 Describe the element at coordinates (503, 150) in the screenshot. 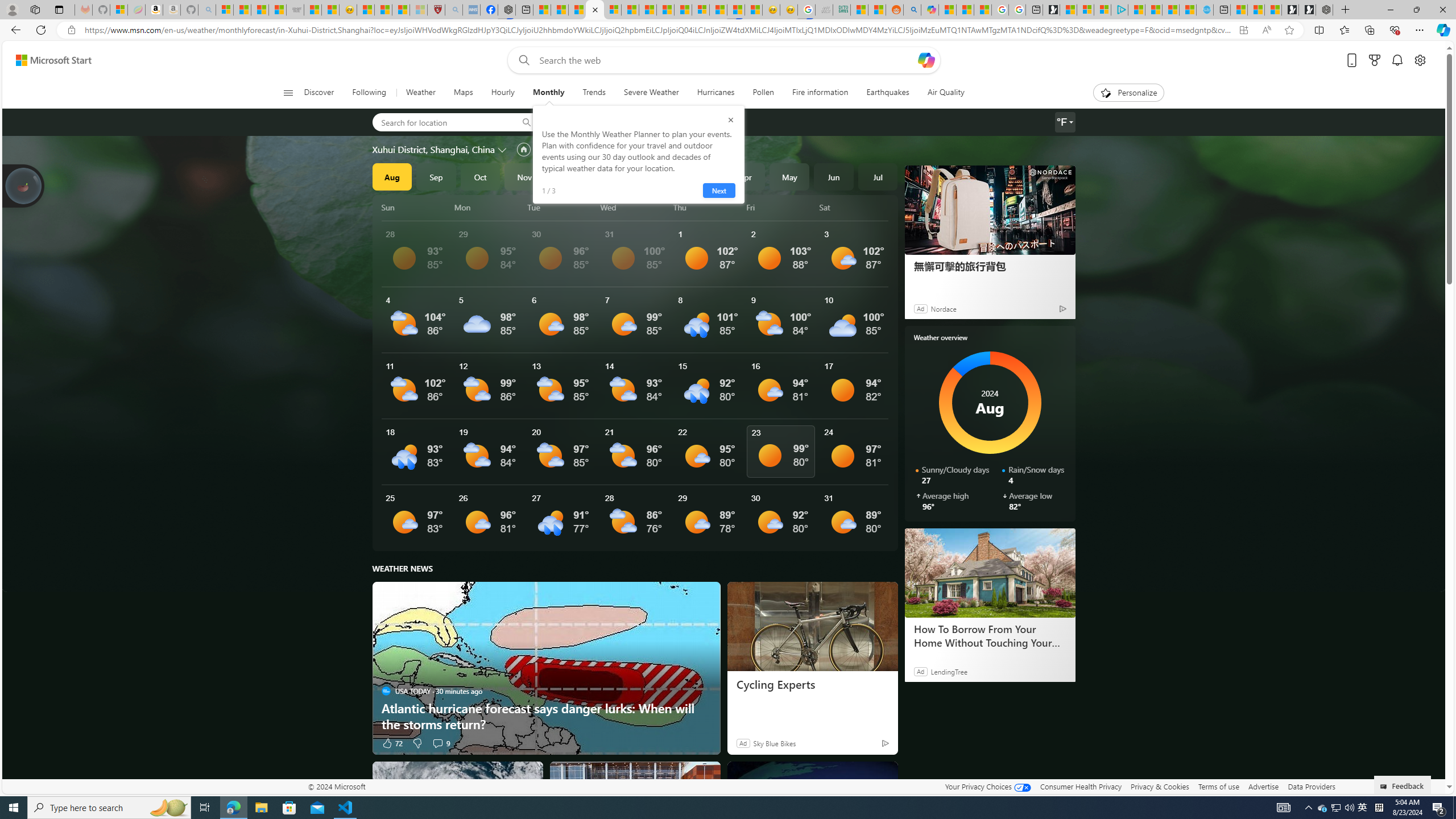

I see `'Change location'` at that location.